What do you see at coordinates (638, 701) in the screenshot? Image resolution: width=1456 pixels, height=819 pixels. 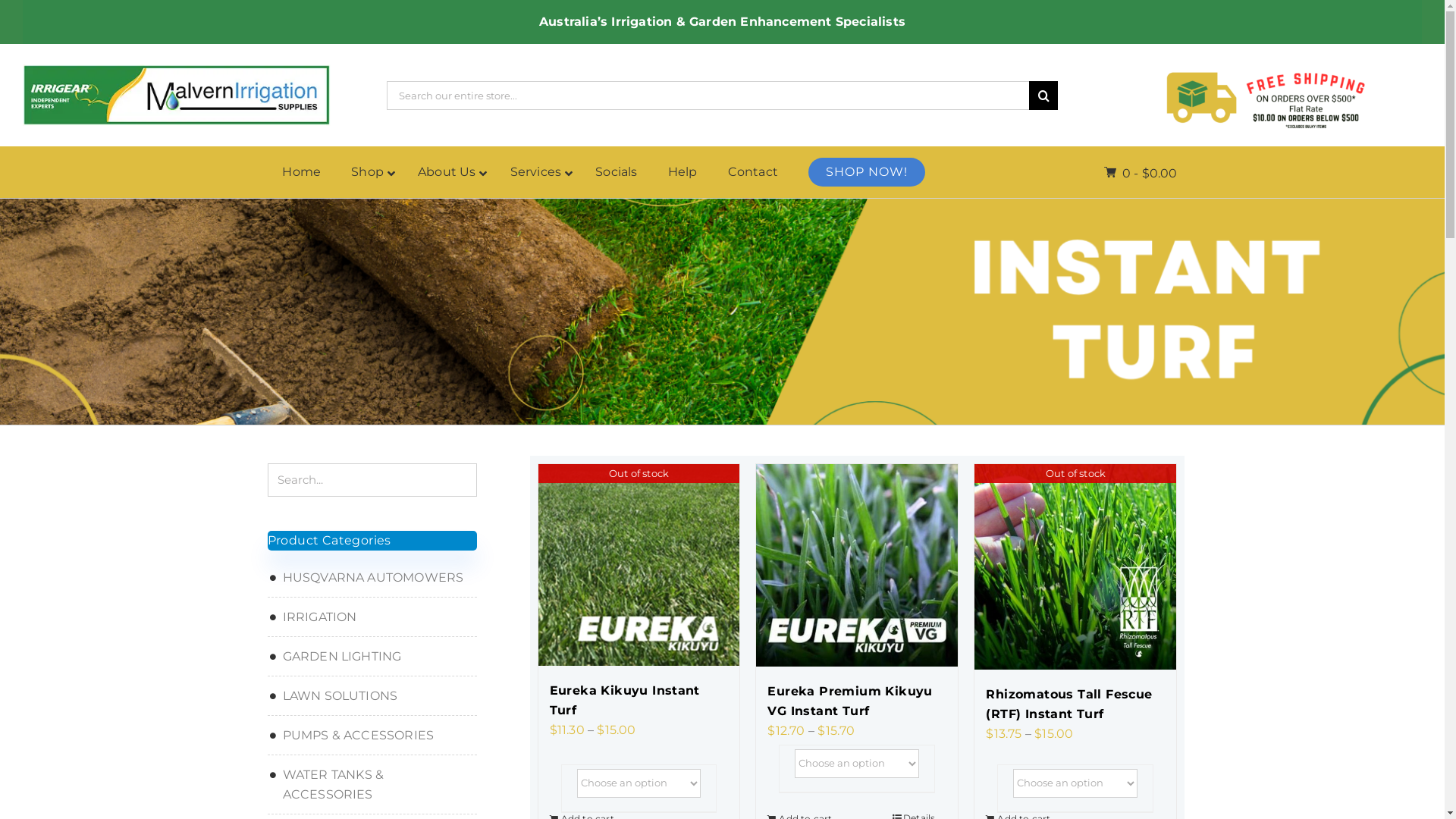 I see `'Eureka Kikuyu Instant Turf'` at bounding box center [638, 701].